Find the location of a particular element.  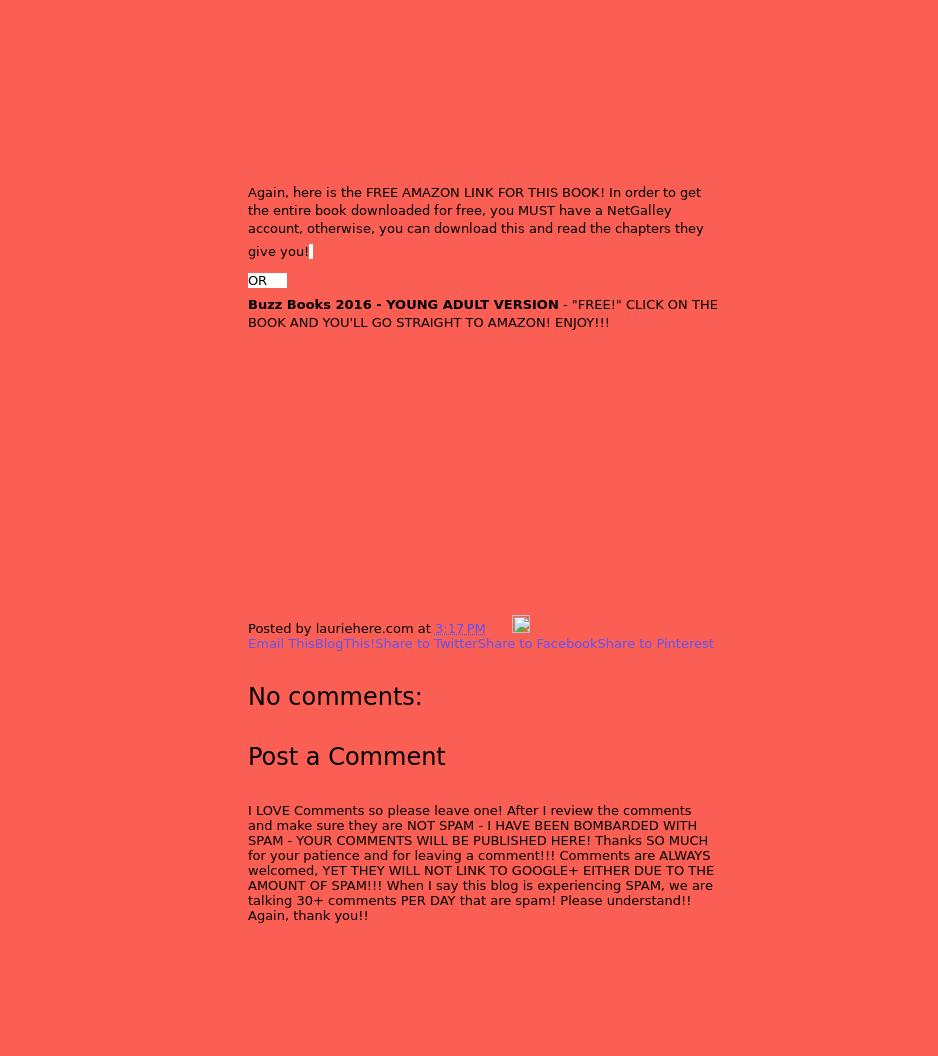

'Share to Twitter' is located at coordinates (426, 642).